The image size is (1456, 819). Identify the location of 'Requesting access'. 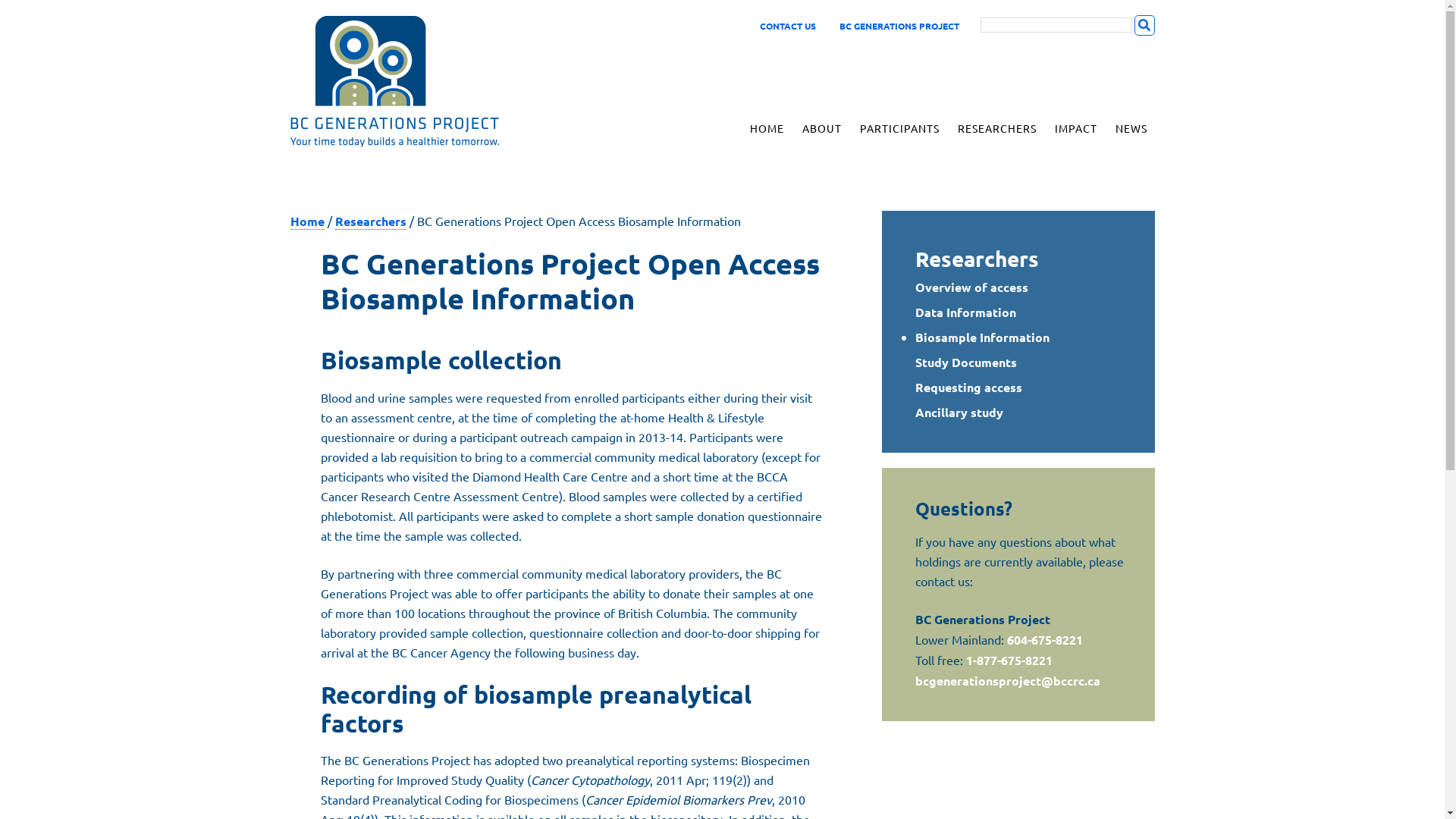
(968, 386).